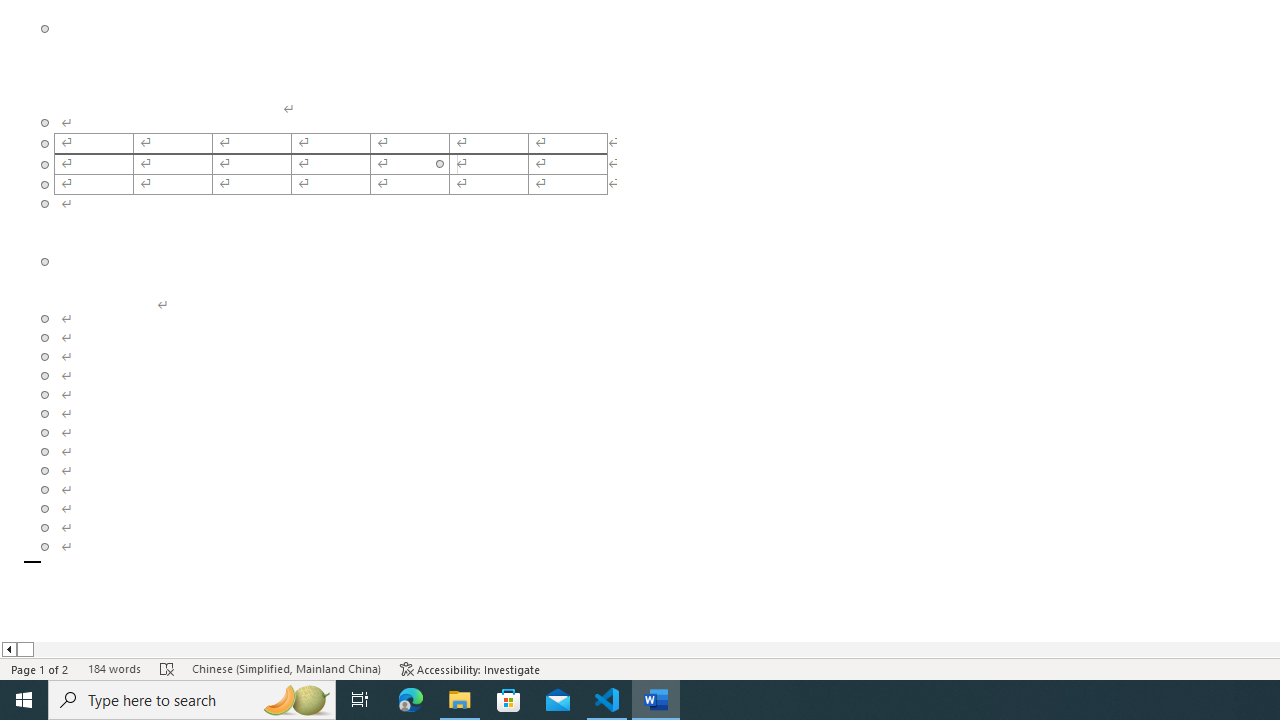  What do you see at coordinates (40, 669) in the screenshot?
I see `'Page Number Page 1 of 2'` at bounding box center [40, 669].